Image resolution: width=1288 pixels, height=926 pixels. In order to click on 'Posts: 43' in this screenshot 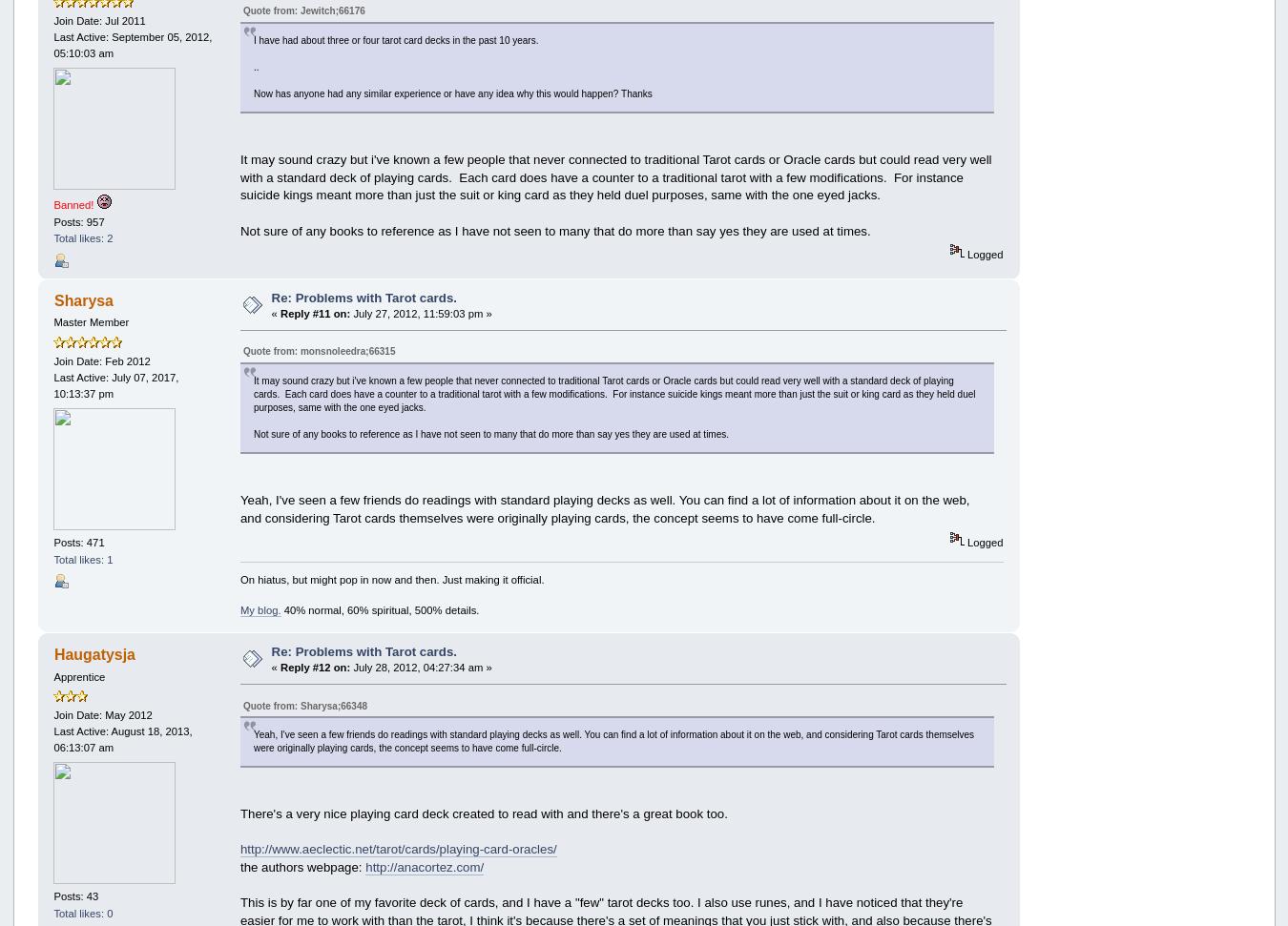, I will do `click(74, 895)`.